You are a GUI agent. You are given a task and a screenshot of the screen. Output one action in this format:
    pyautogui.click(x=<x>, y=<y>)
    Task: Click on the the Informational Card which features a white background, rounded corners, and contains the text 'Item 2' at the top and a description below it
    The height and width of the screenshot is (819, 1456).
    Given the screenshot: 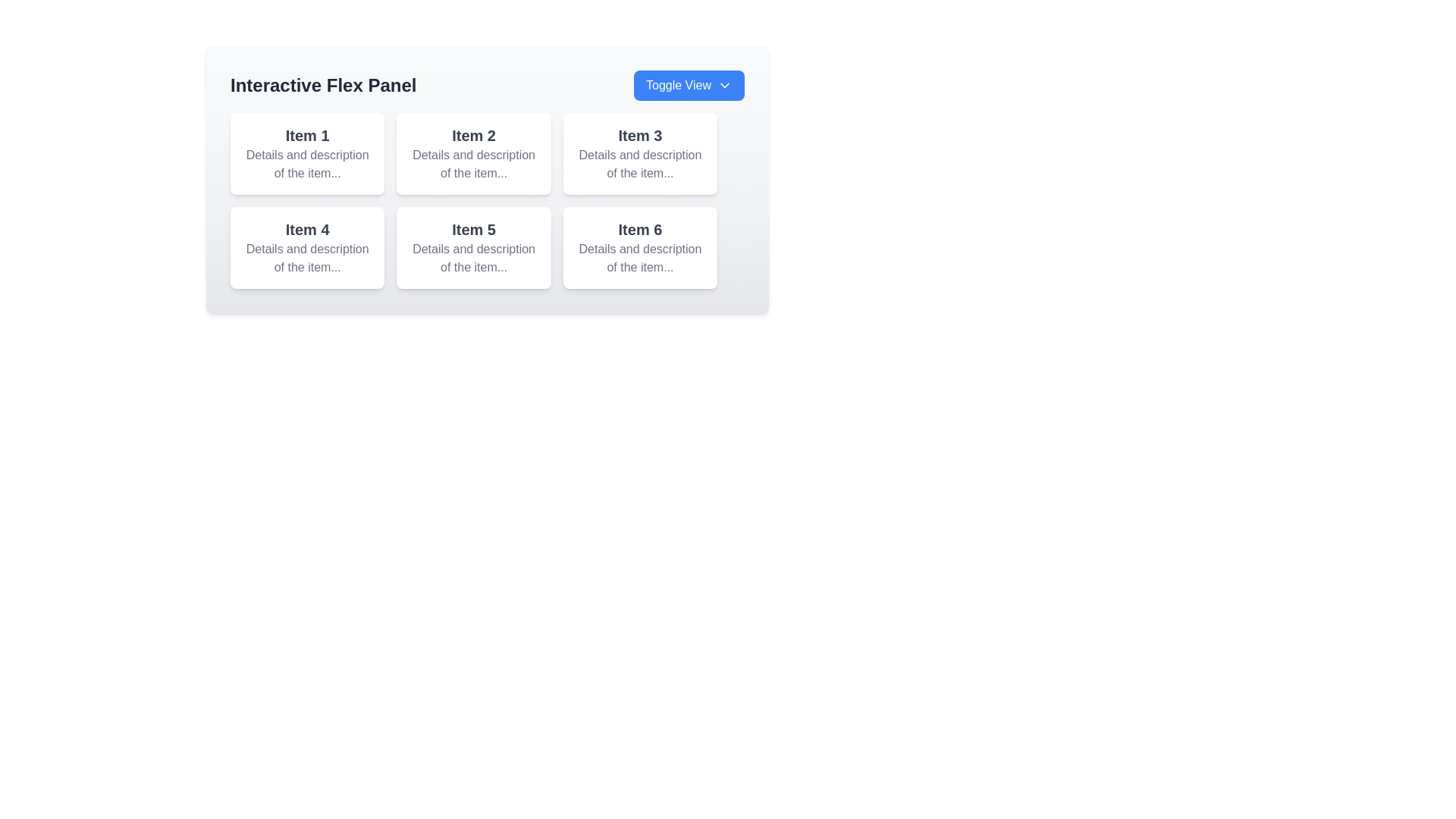 What is the action you would take?
    pyautogui.click(x=473, y=154)
    